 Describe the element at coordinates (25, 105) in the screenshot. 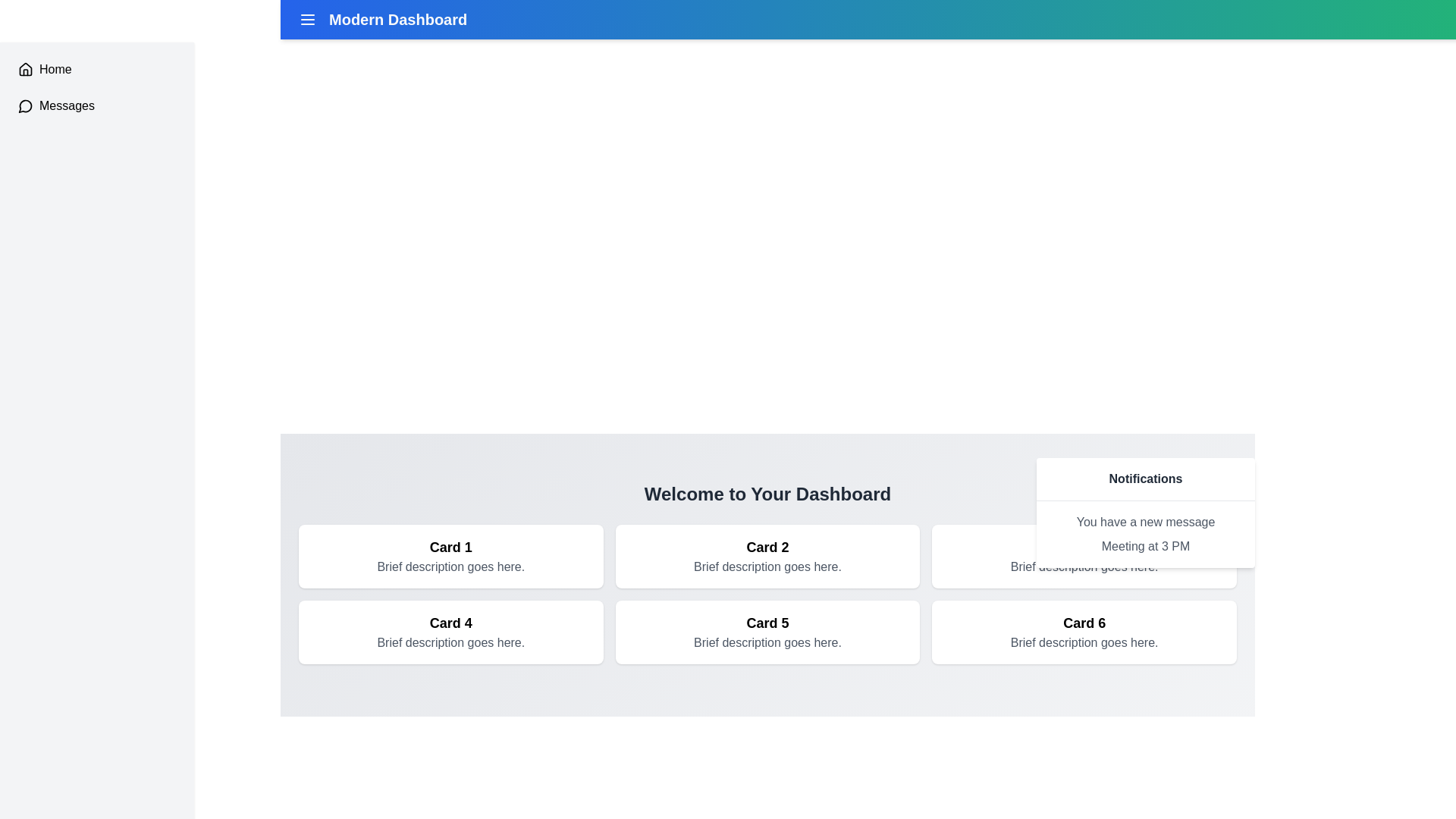

I see `the 'Messages' icon located in the left-side navigation menu, which is the first element before the 'Messages' label` at that location.